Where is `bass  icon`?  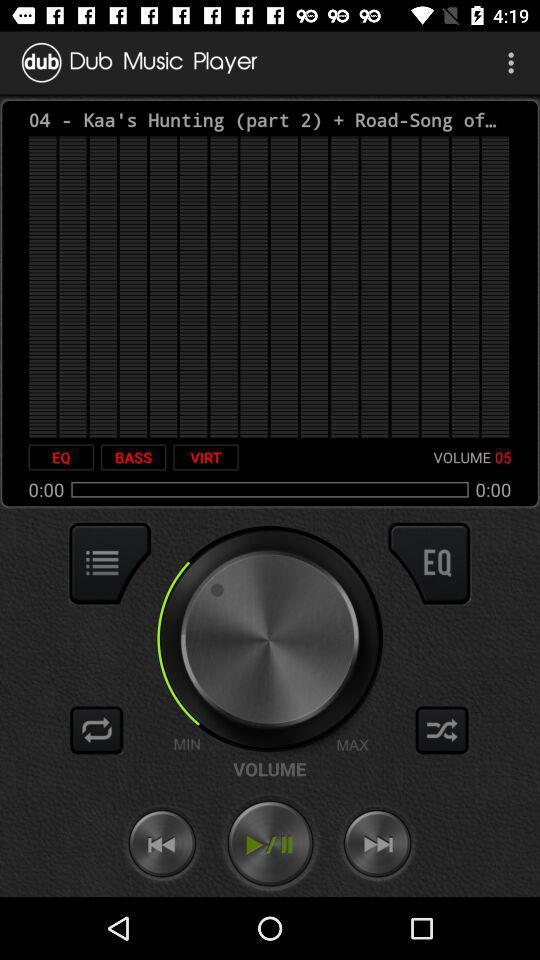
bass  icon is located at coordinates (133, 457).